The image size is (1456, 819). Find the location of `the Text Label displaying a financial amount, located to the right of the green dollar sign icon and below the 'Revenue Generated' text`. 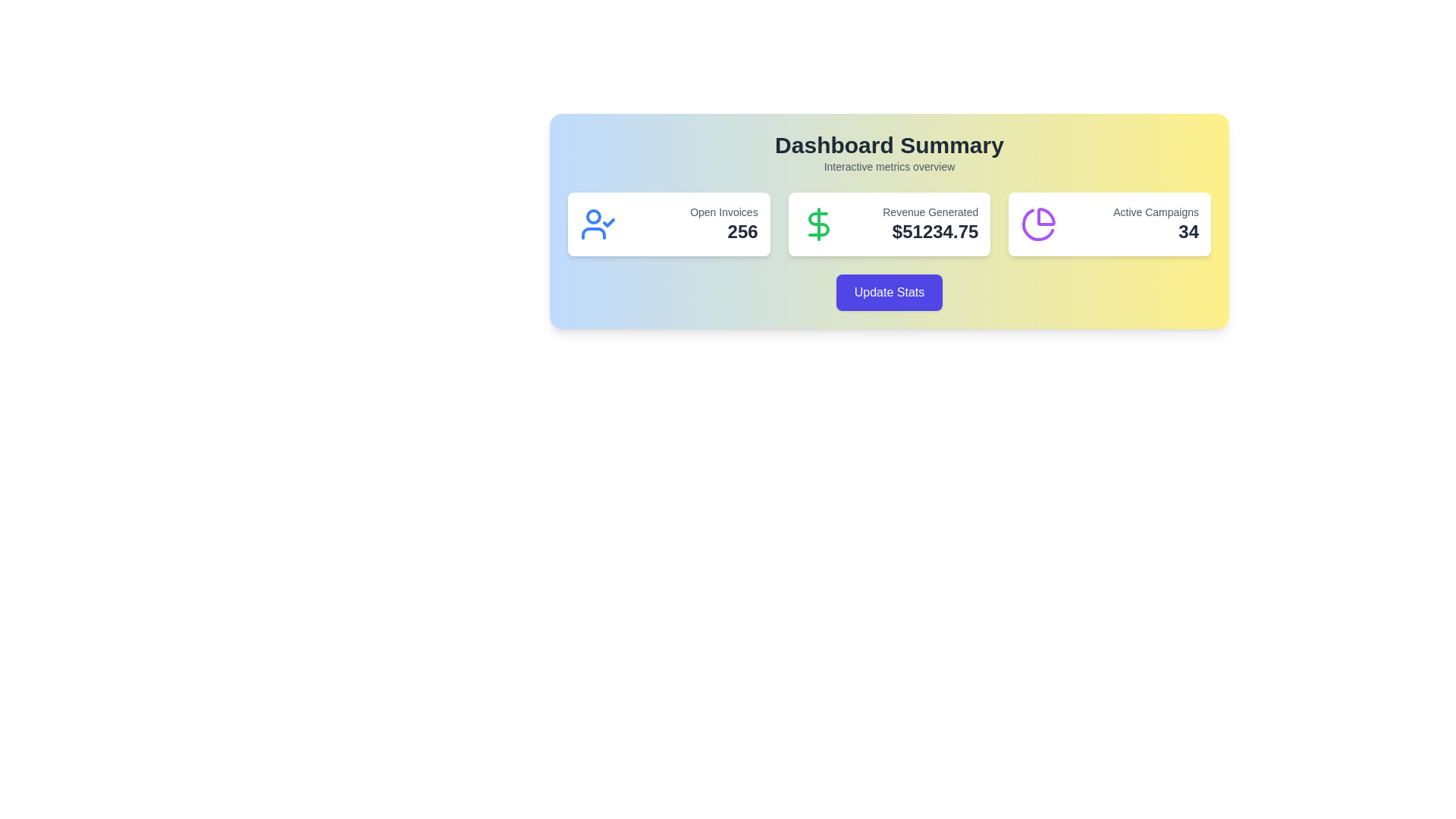

the Text Label displaying a financial amount, located to the right of the green dollar sign icon and below the 'Revenue Generated' text is located at coordinates (930, 231).